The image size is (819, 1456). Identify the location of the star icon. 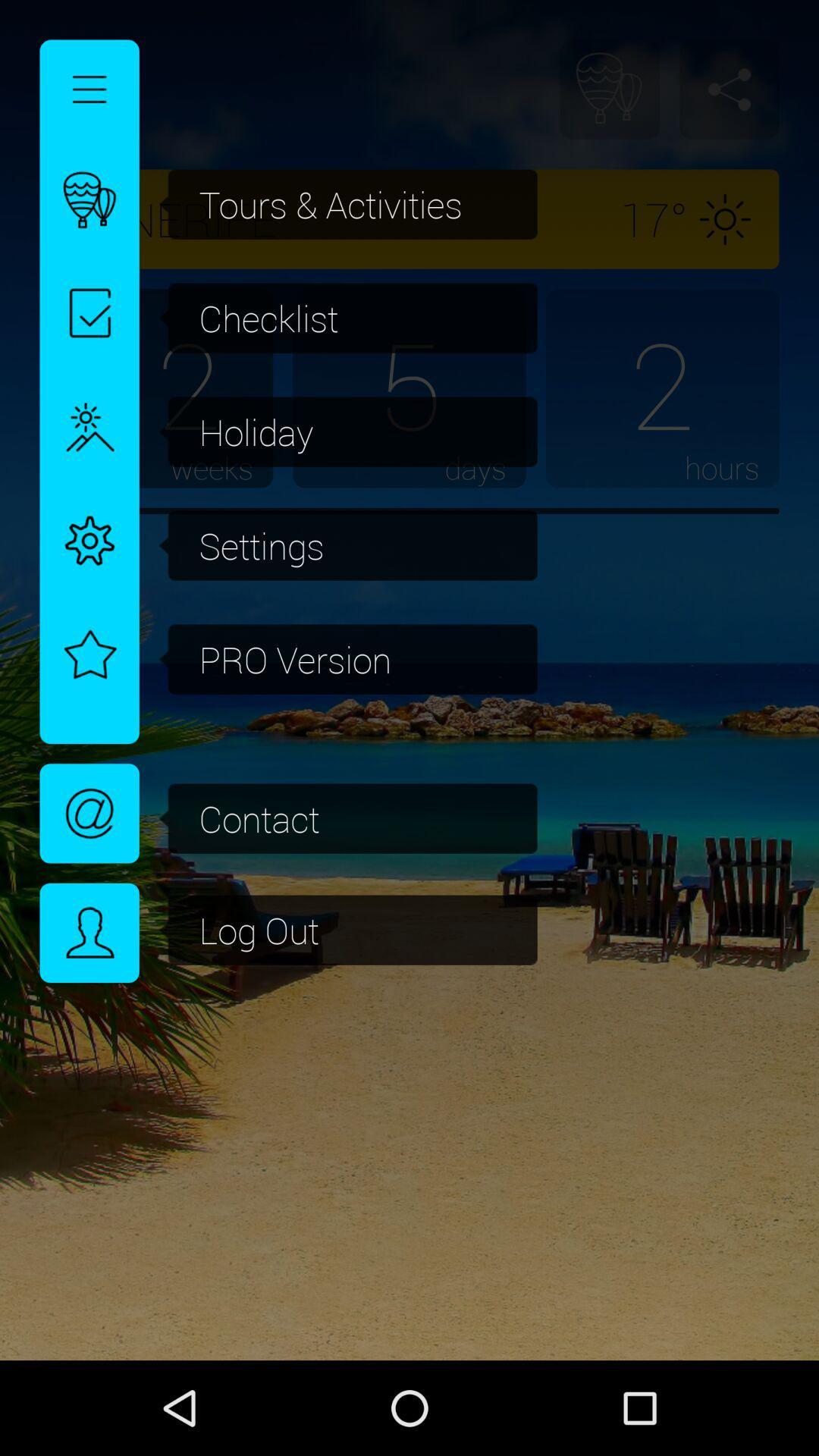
(89, 647).